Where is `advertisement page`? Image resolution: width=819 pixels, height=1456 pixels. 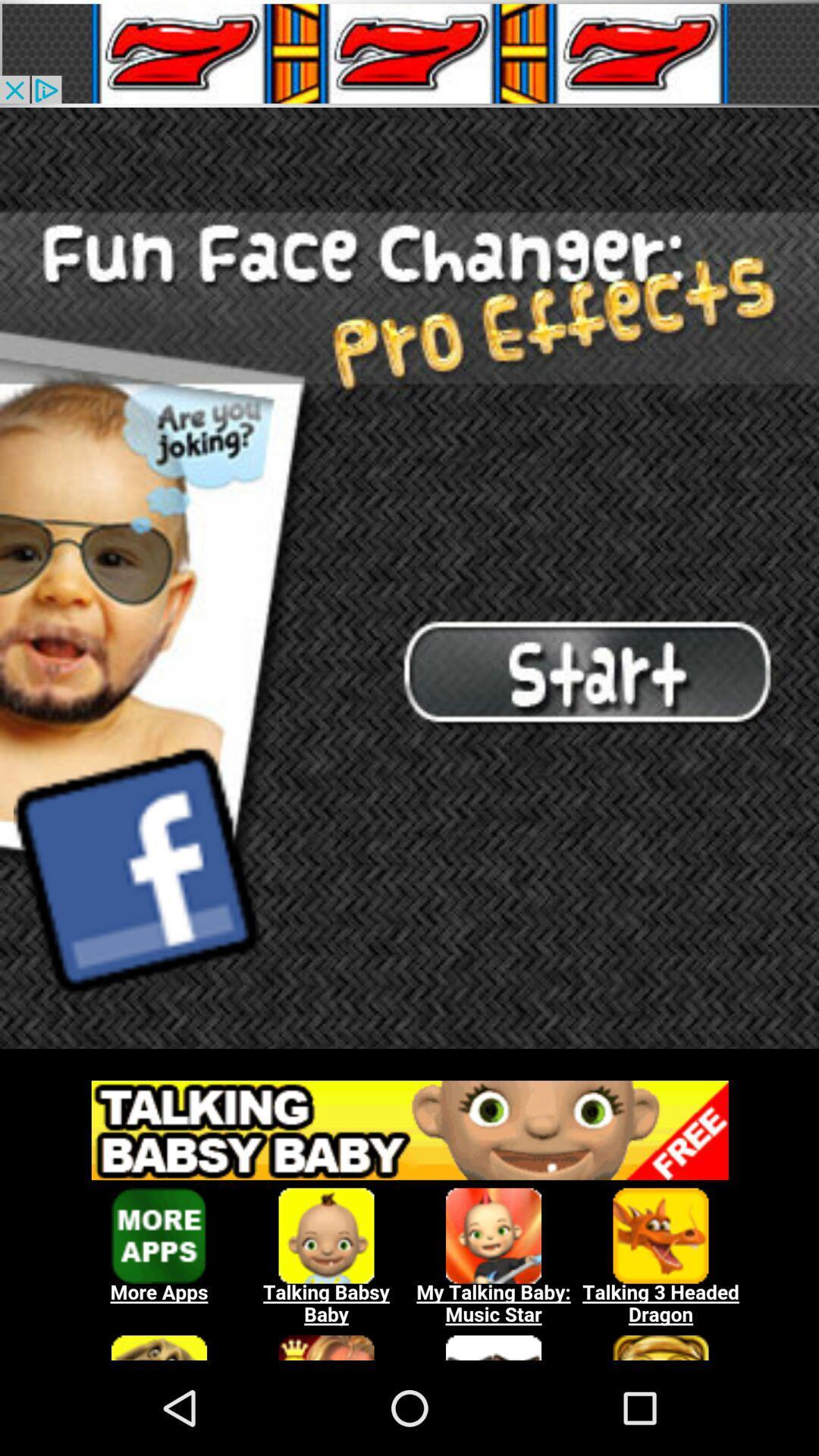
advertisement page is located at coordinates (409, 53).